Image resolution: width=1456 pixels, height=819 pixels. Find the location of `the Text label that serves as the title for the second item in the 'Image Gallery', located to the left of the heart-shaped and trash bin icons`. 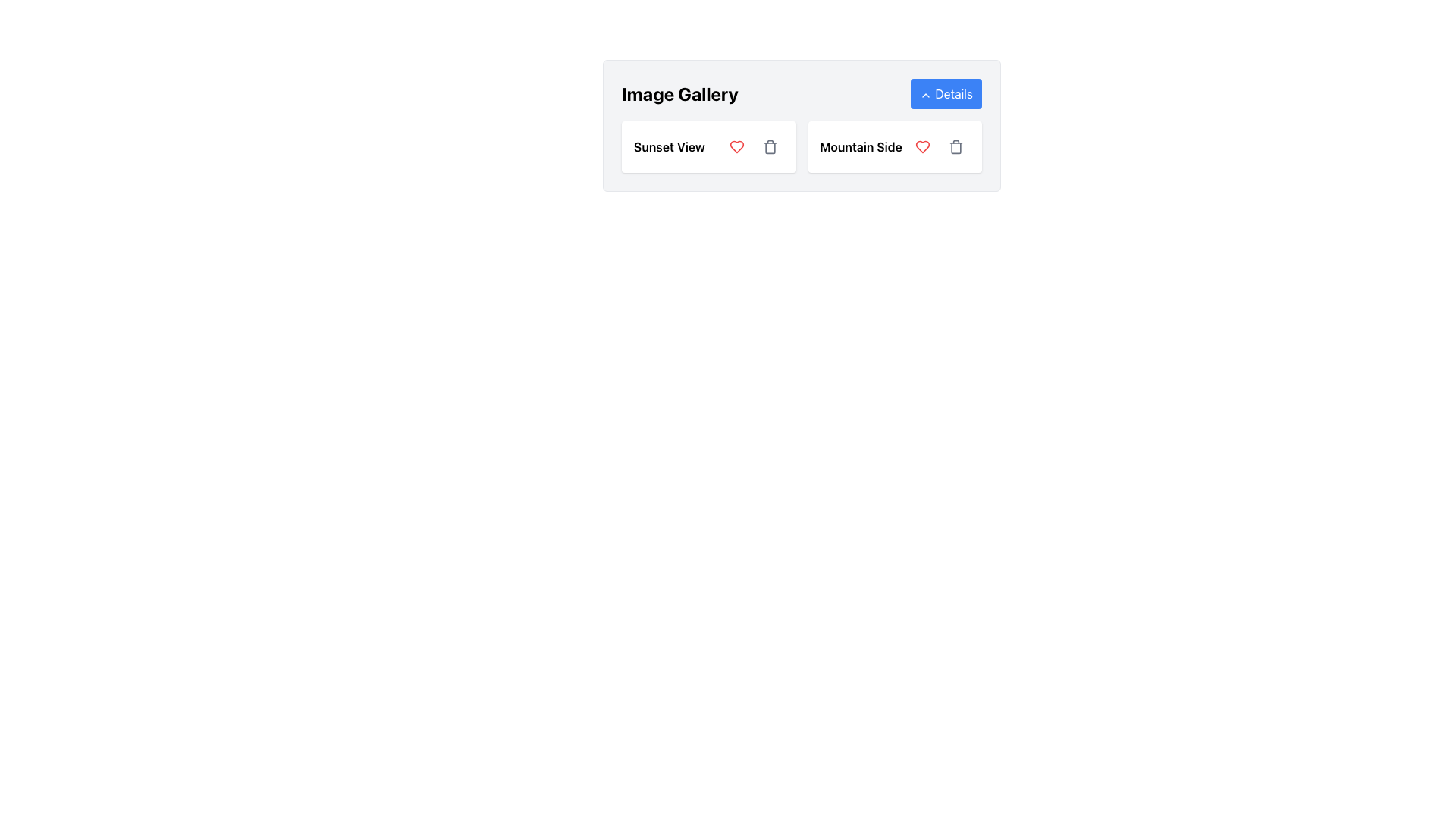

the Text label that serves as the title for the second item in the 'Image Gallery', located to the left of the heart-shaped and trash bin icons is located at coordinates (861, 146).